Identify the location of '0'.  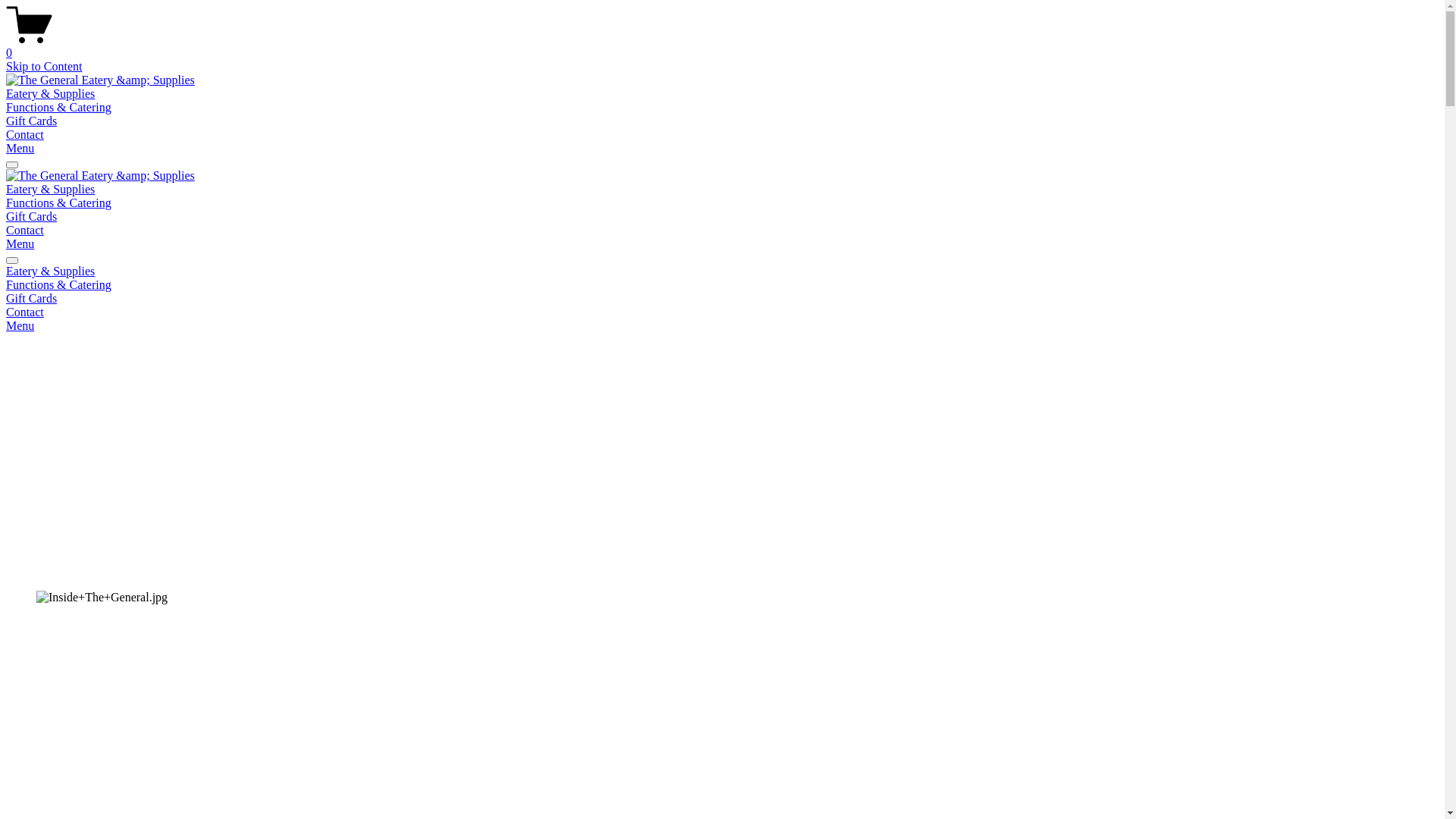
(721, 45).